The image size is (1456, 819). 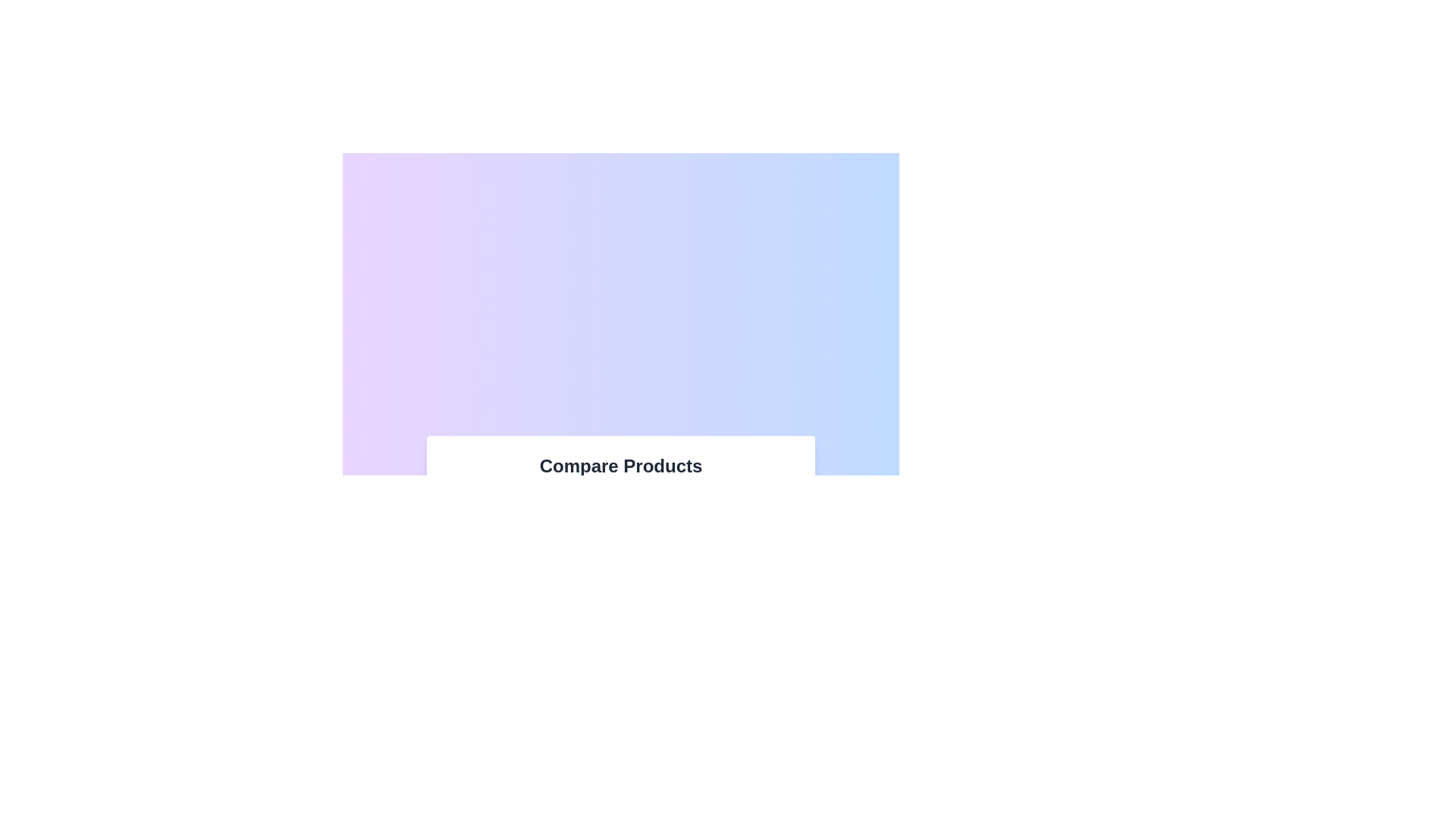 I want to click on the 'Compare Products' text block located at the top-center of the card-like area, which displays two lines of text, the first being bold and larger, and the second smaller and lighter, instructing to hover over items for details, so click(x=621, y=472).